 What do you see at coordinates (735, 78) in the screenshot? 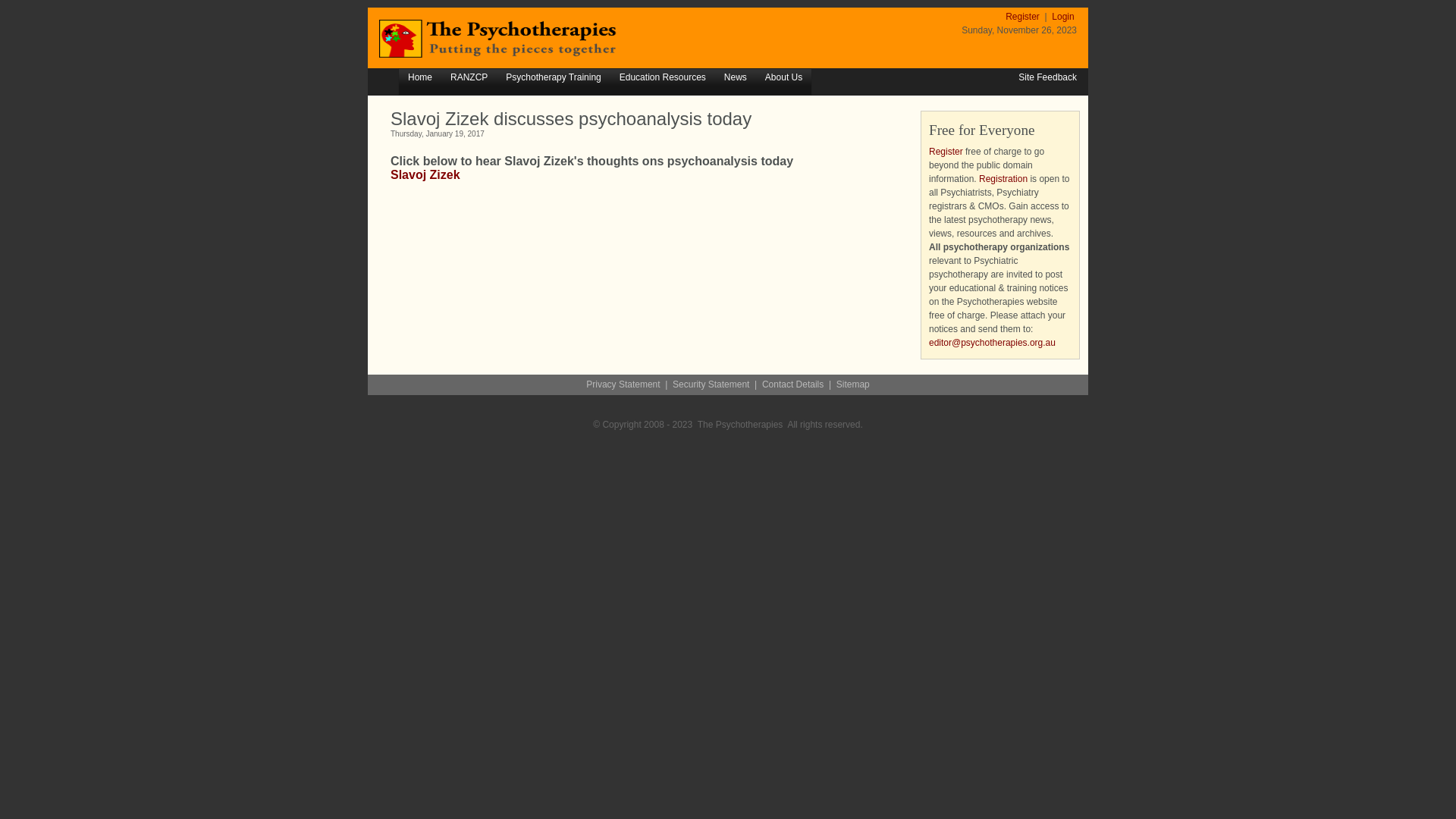
I see `'News'` at bounding box center [735, 78].